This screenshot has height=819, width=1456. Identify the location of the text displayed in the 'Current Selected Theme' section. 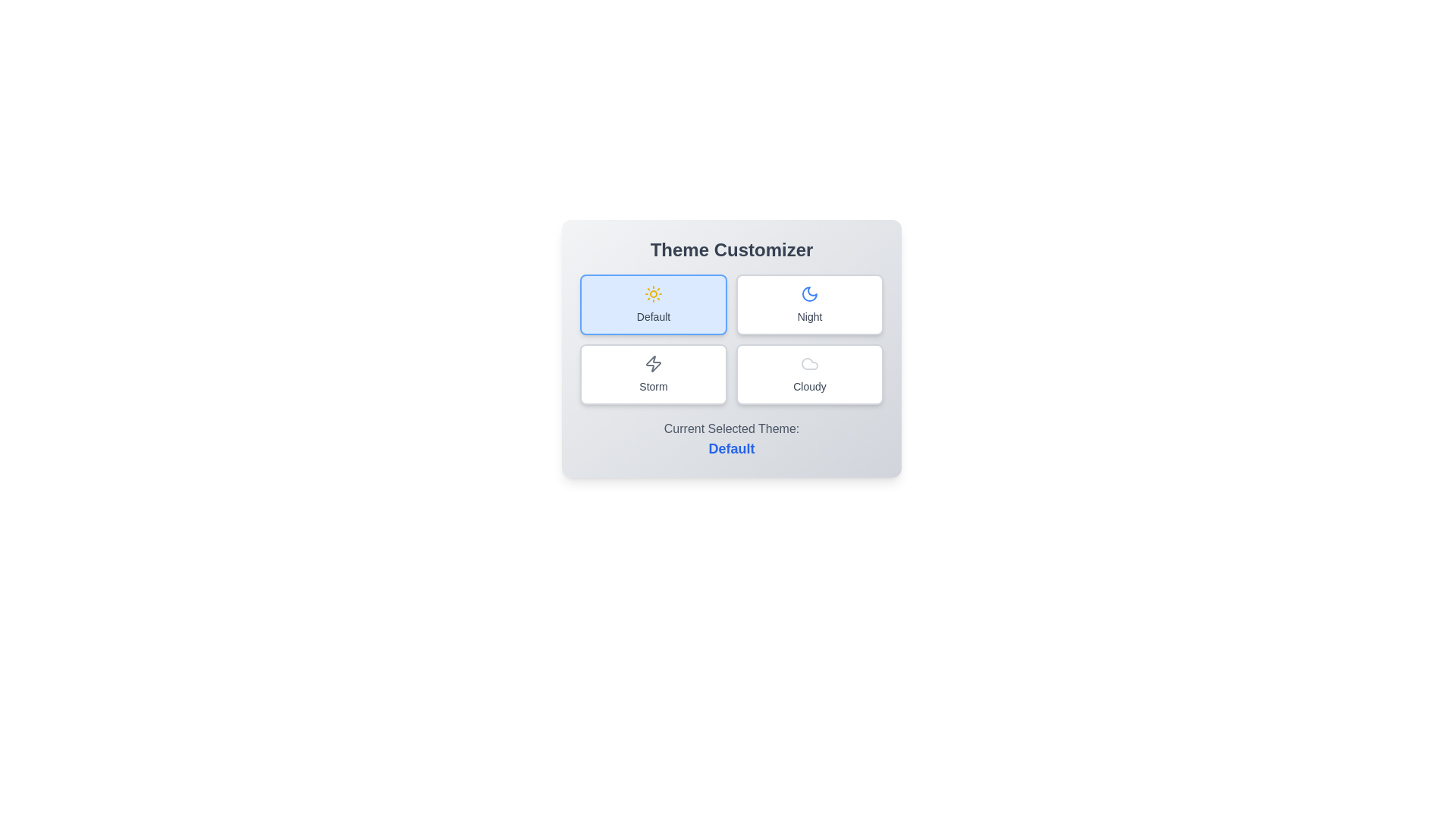
(731, 439).